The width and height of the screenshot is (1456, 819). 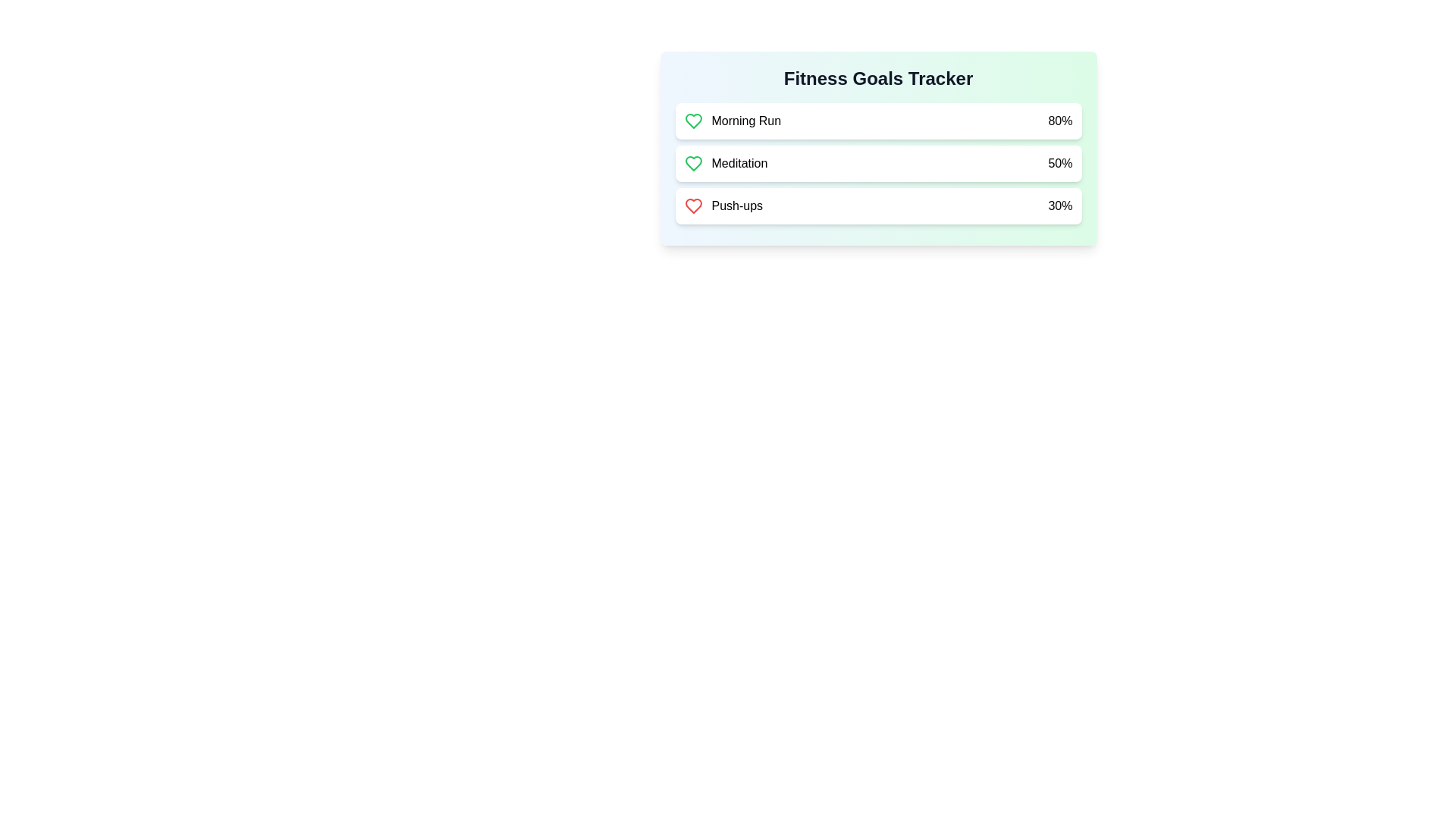 What do you see at coordinates (878, 120) in the screenshot?
I see `the '80%' completion percentage in the first List item of the 'Fitness Goals Tracker' progress tracker to modify or view completion details` at bounding box center [878, 120].